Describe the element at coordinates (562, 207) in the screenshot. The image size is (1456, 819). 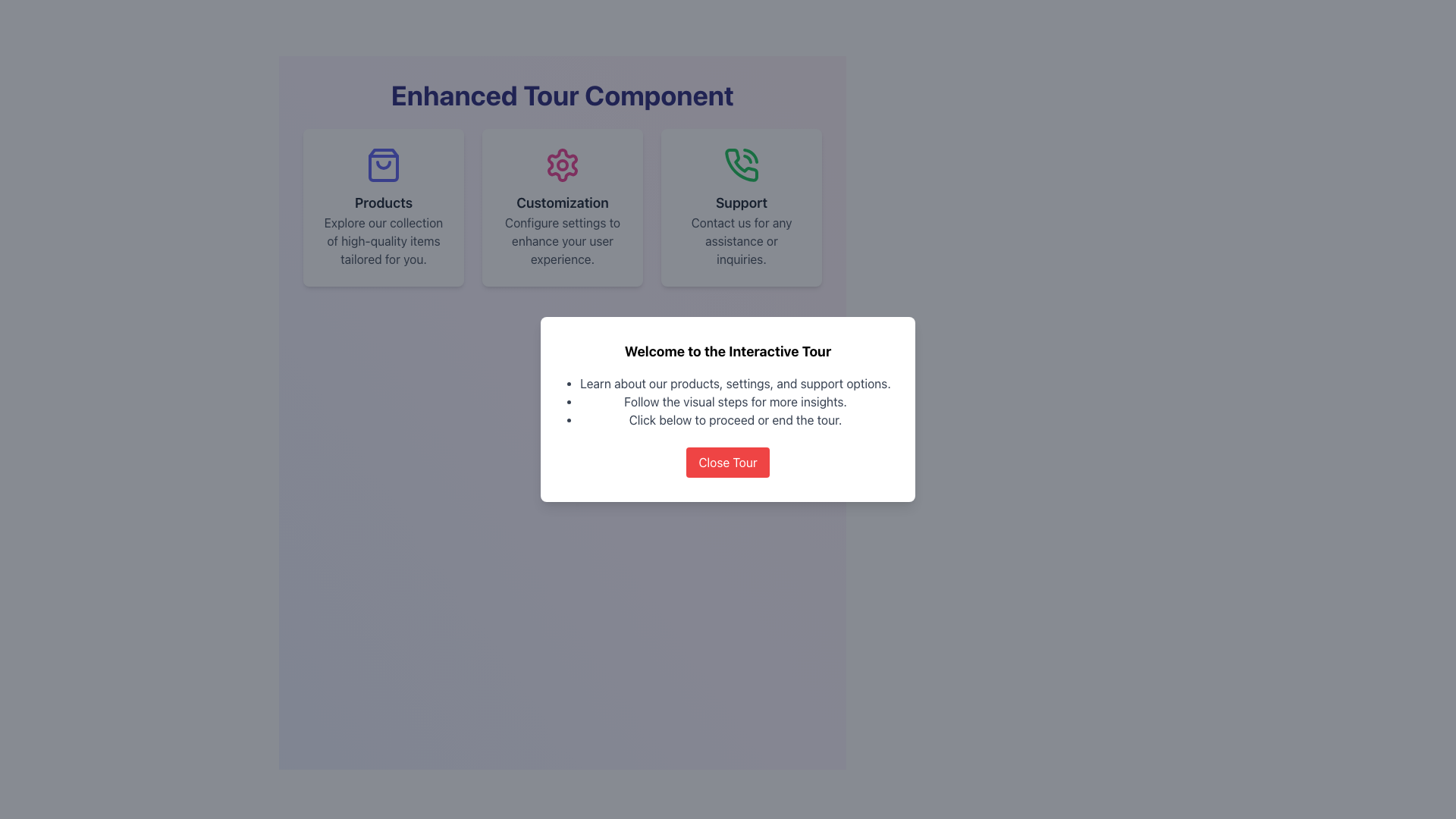
I see `the middle section of the three-column layout, specifically the 'Customization' section that contains an icon, a heading, and a description` at that location.